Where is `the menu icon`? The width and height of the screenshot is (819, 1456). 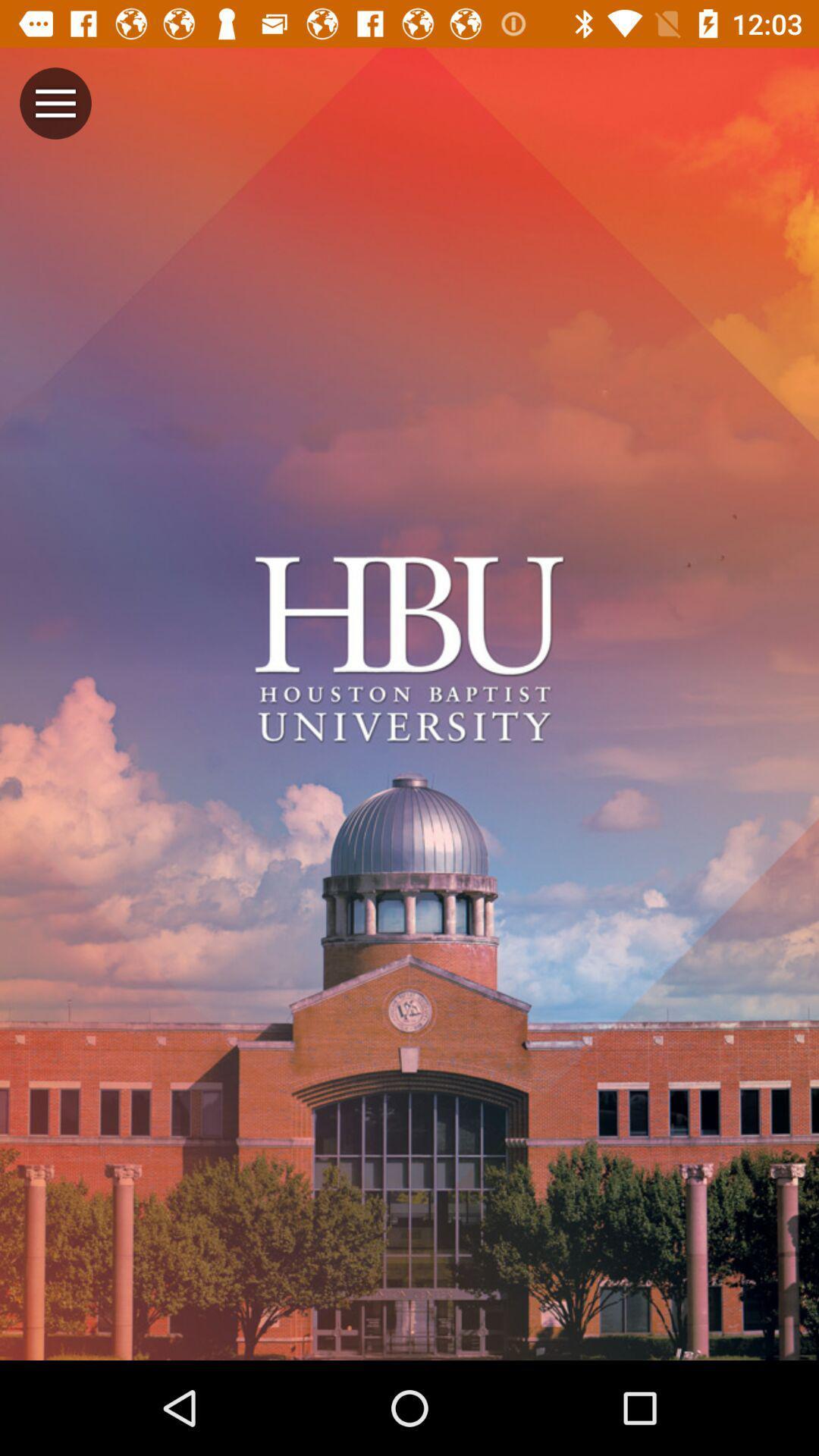 the menu icon is located at coordinates (55, 102).